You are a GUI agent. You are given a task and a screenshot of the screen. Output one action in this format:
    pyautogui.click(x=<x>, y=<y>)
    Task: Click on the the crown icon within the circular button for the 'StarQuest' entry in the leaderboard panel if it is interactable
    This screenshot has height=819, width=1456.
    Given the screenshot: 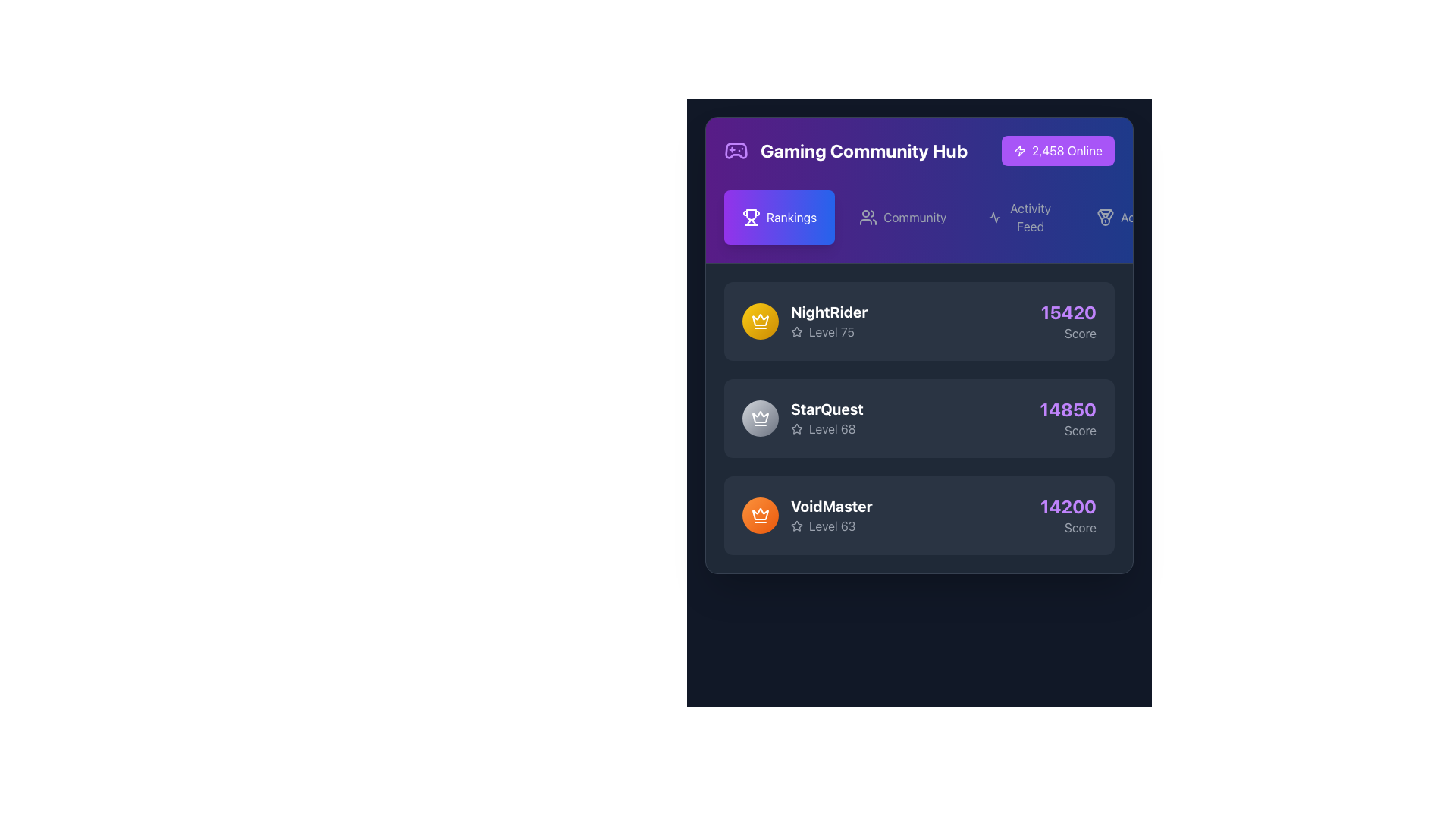 What is the action you would take?
    pyautogui.click(x=761, y=418)
    